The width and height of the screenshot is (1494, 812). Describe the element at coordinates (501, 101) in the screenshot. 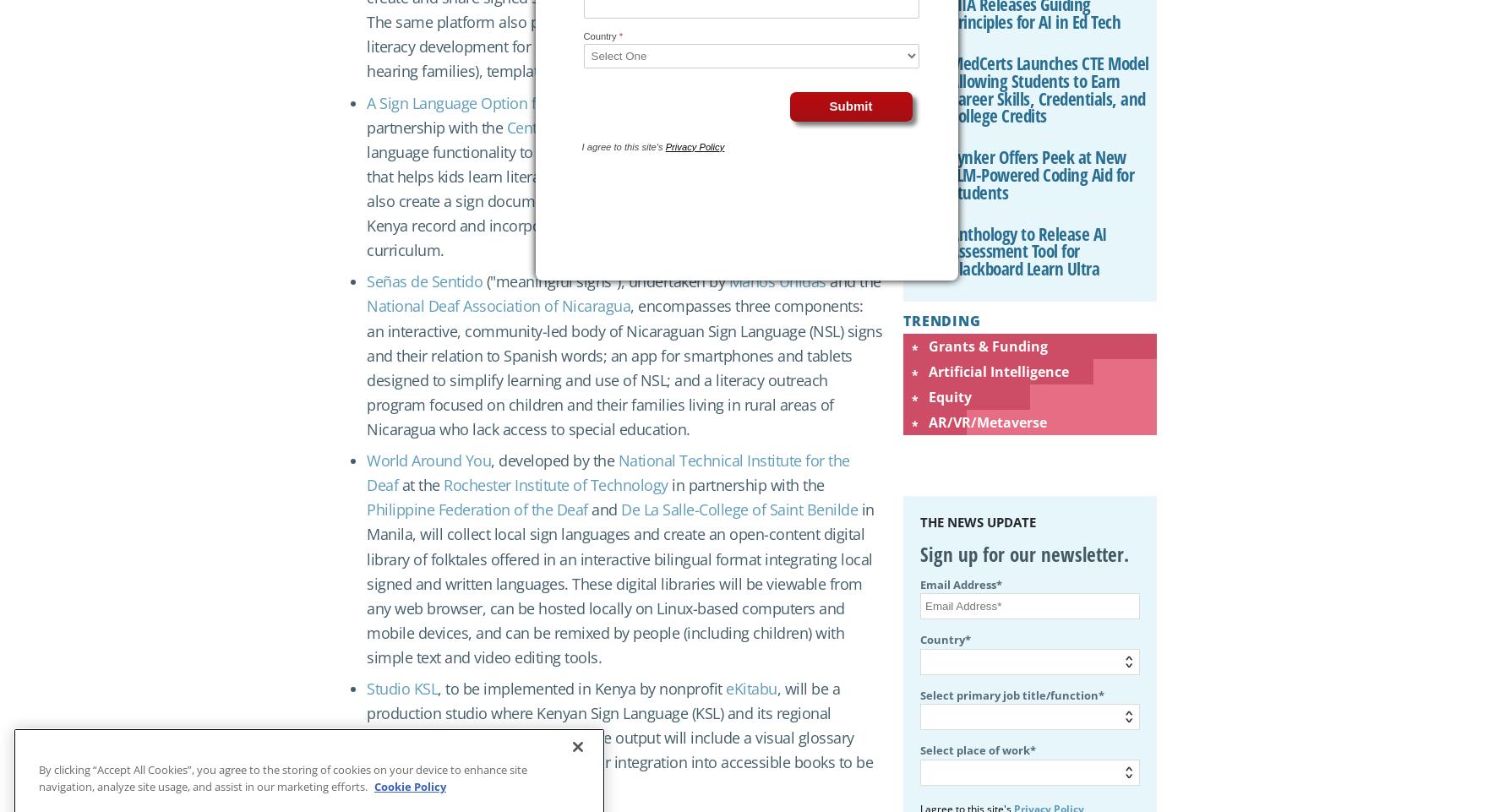

I see `'A Sign Language Option for KitKit  School'` at that location.